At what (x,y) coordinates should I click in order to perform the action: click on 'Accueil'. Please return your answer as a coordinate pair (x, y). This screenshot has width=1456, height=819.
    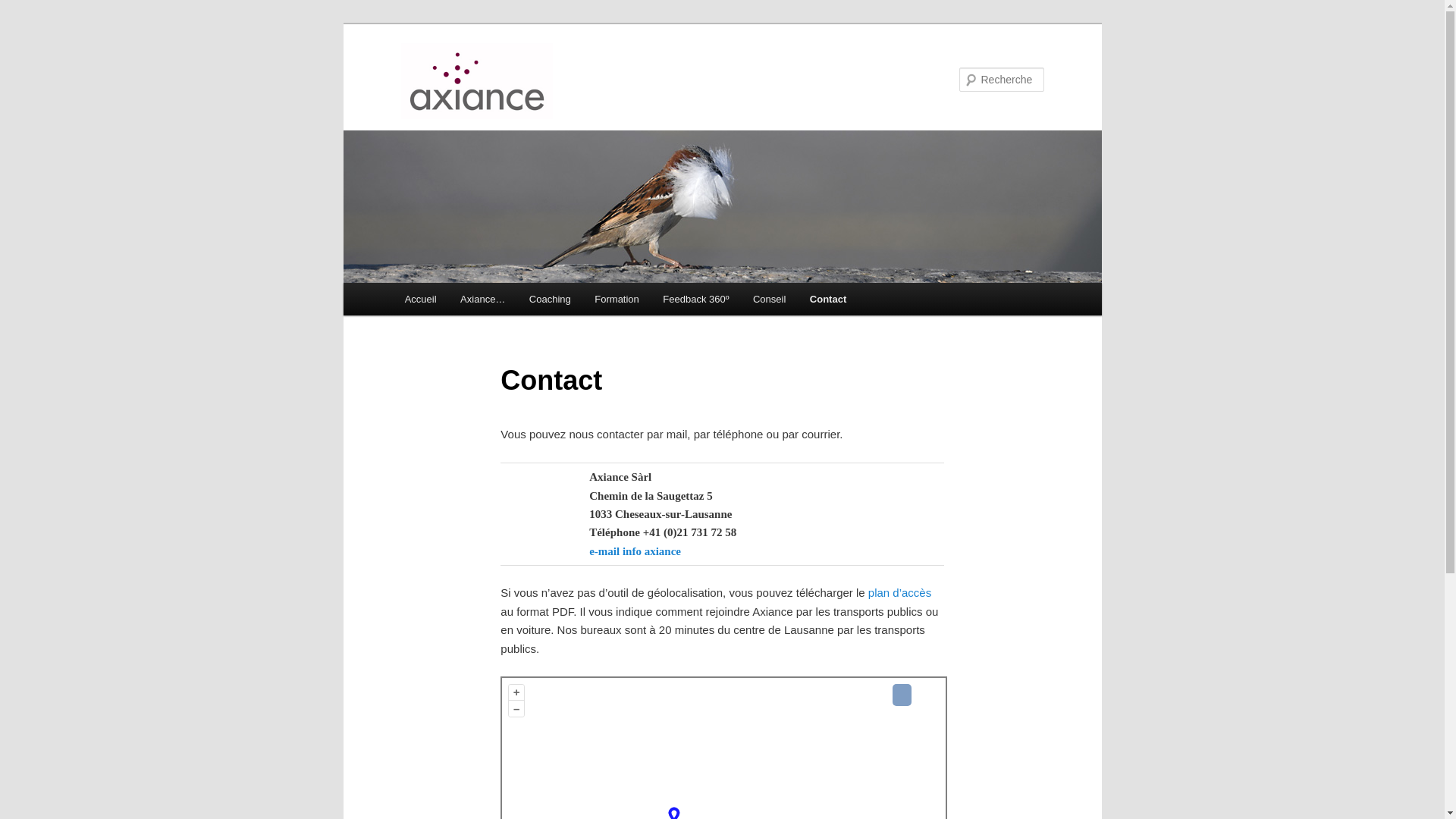
    Looking at the image, I should click on (393, 299).